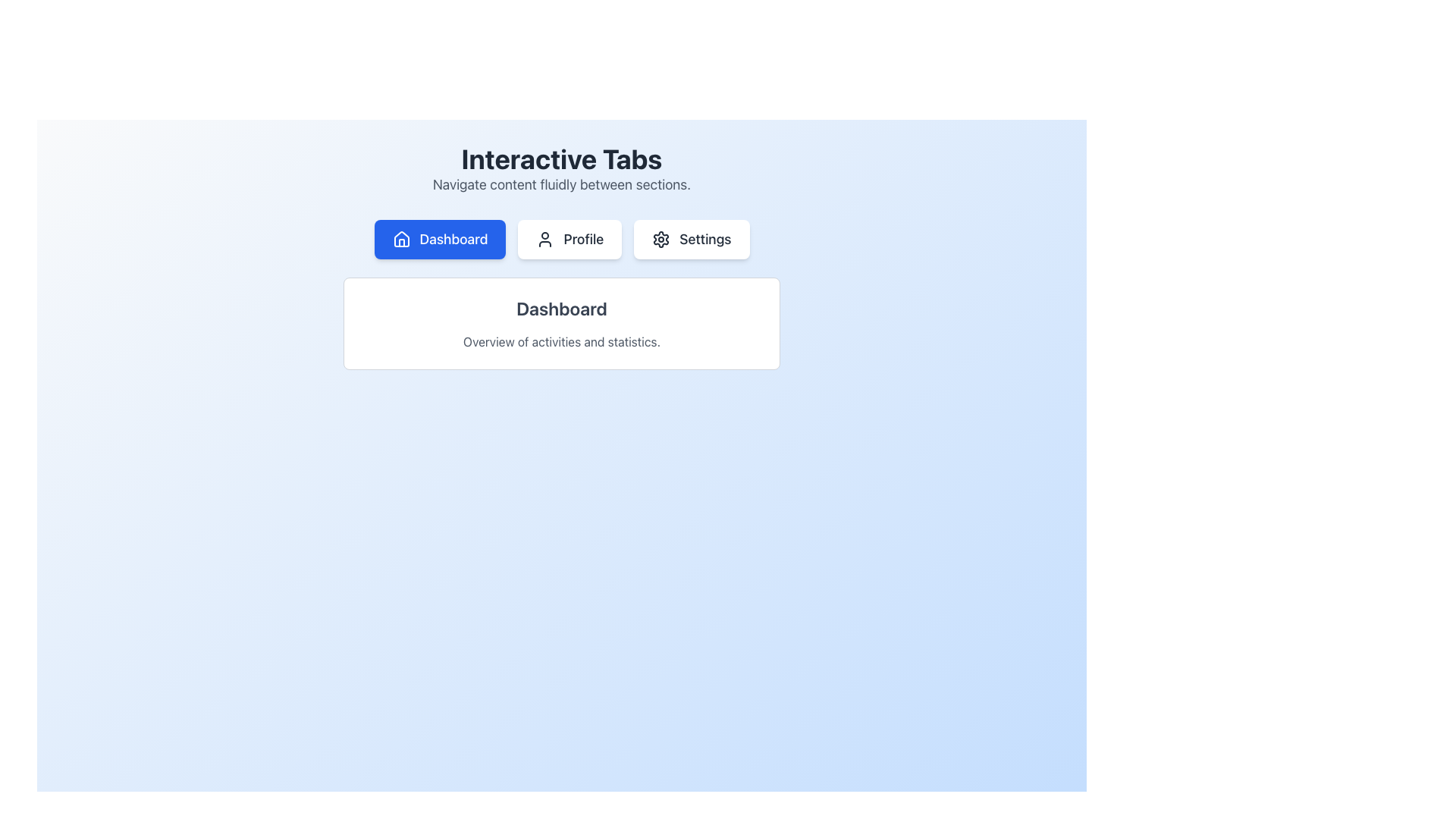 The width and height of the screenshot is (1456, 819). Describe the element at coordinates (661, 239) in the screenshot. I see `the gear icon located at the top right corner of the tab bar` at that location.